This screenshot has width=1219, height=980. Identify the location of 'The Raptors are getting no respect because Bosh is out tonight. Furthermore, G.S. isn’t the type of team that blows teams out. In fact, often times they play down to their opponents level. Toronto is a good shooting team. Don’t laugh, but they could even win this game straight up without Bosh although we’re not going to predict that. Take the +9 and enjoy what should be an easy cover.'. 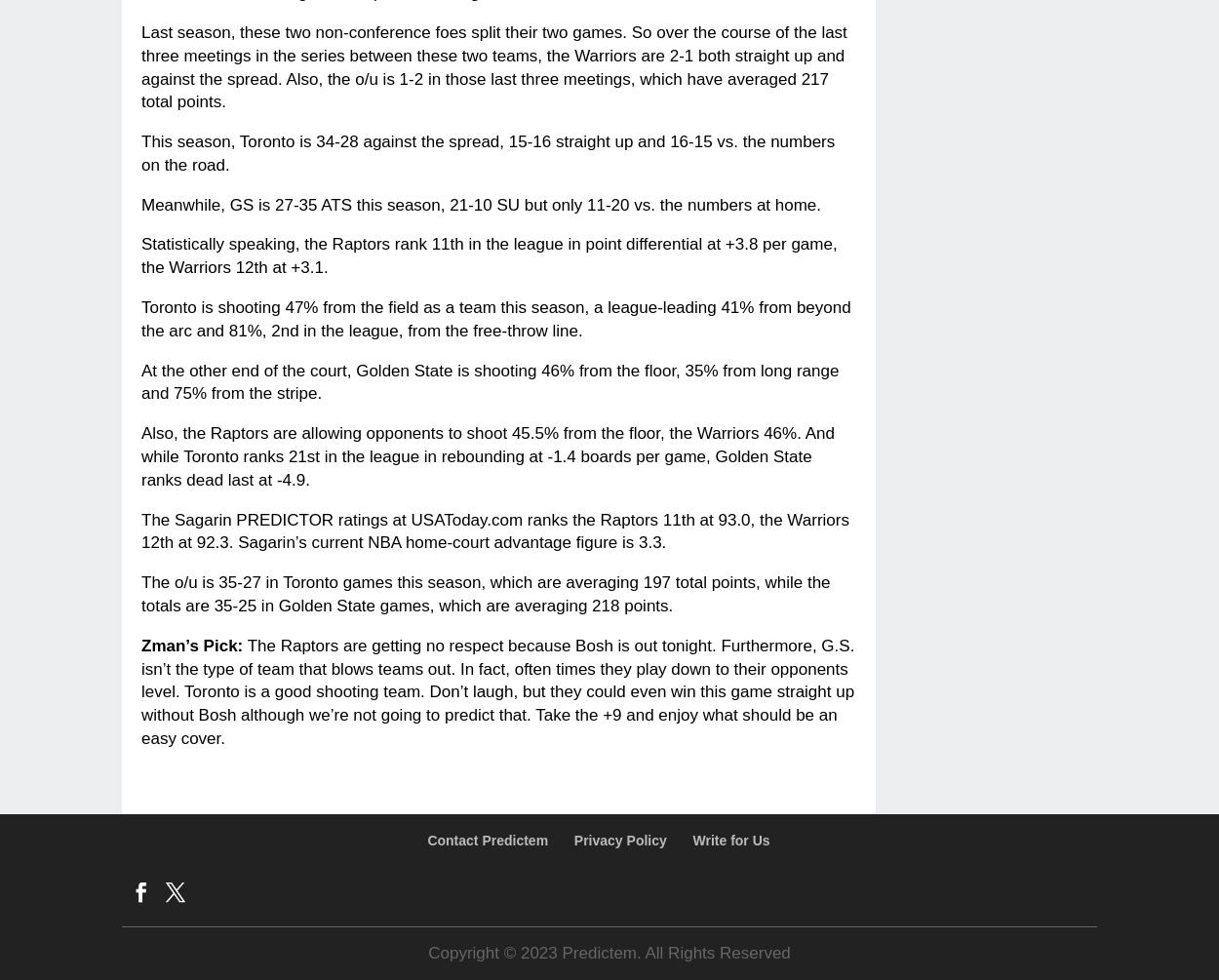
(141, 691).